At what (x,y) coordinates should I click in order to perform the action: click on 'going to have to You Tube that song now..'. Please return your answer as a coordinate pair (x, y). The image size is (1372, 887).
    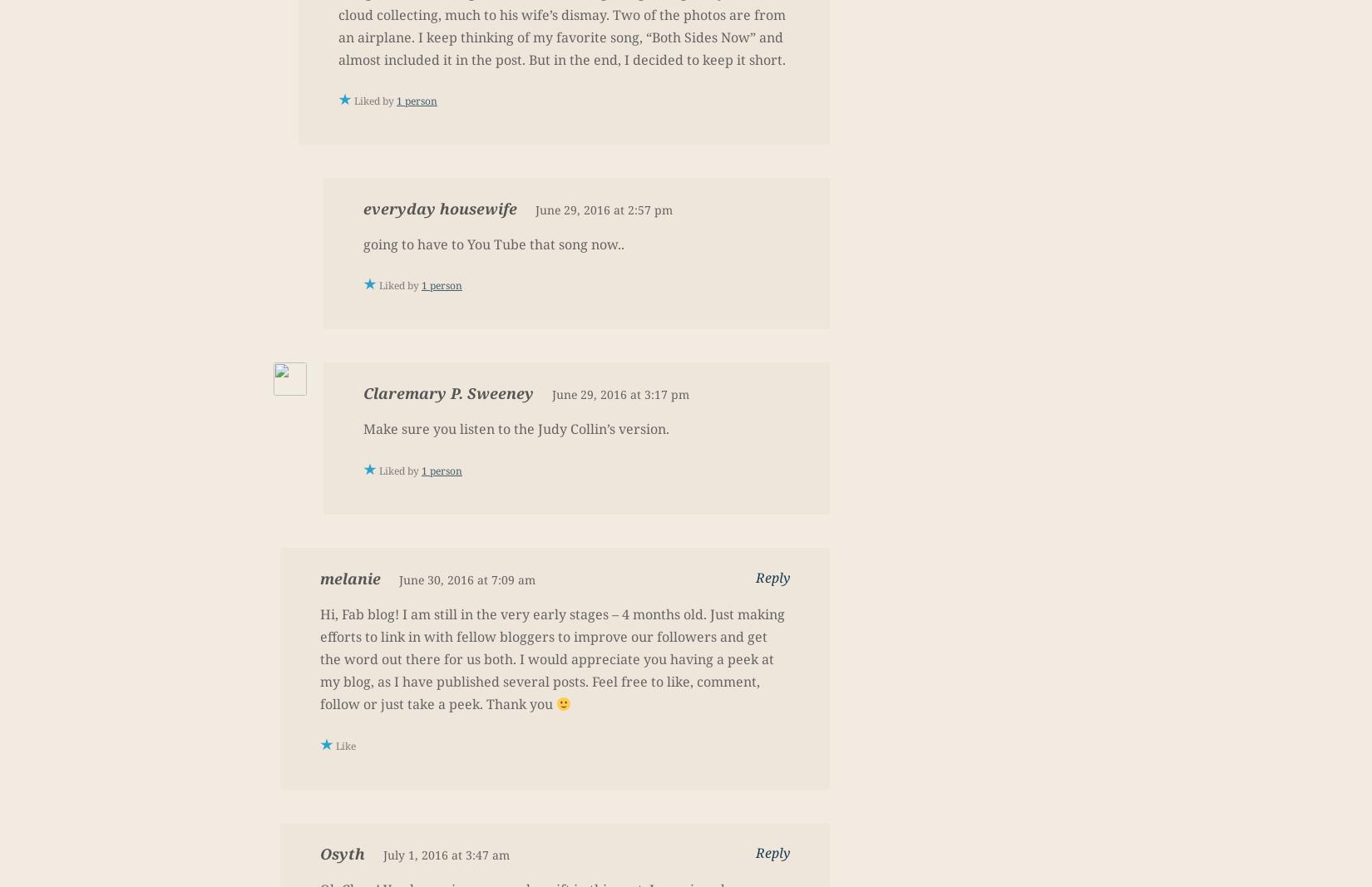
    Looking at the image, I should click on (493, 244).